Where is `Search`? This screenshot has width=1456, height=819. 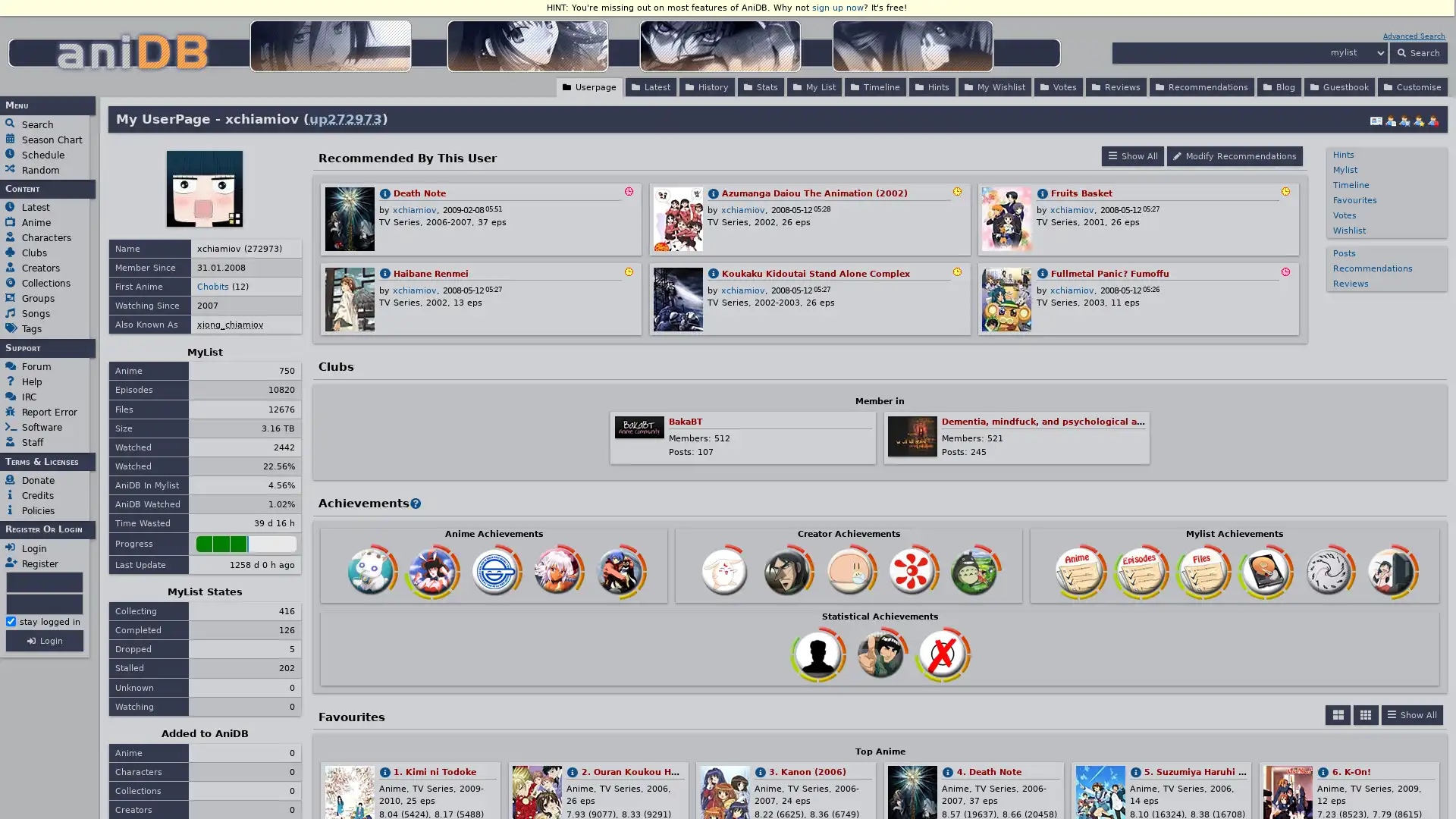 Search is located at coordinates (1417, 52).